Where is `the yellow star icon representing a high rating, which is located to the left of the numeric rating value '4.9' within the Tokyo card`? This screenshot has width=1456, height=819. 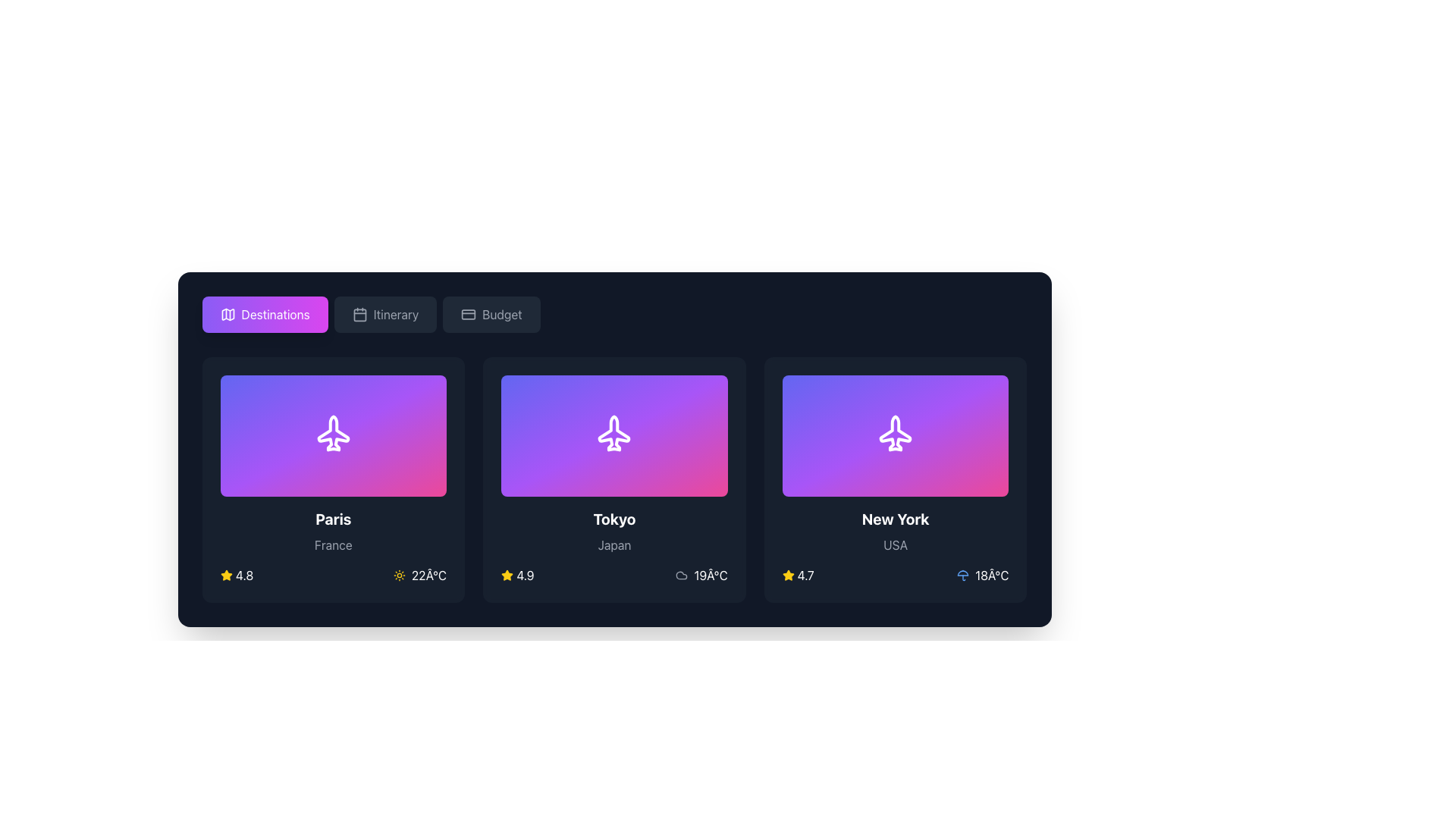 the yellow star icon representing a high rating, which is located to the left of the numeric rating value '4.9' within the Tokyo card is located at coordinates (507, 576).